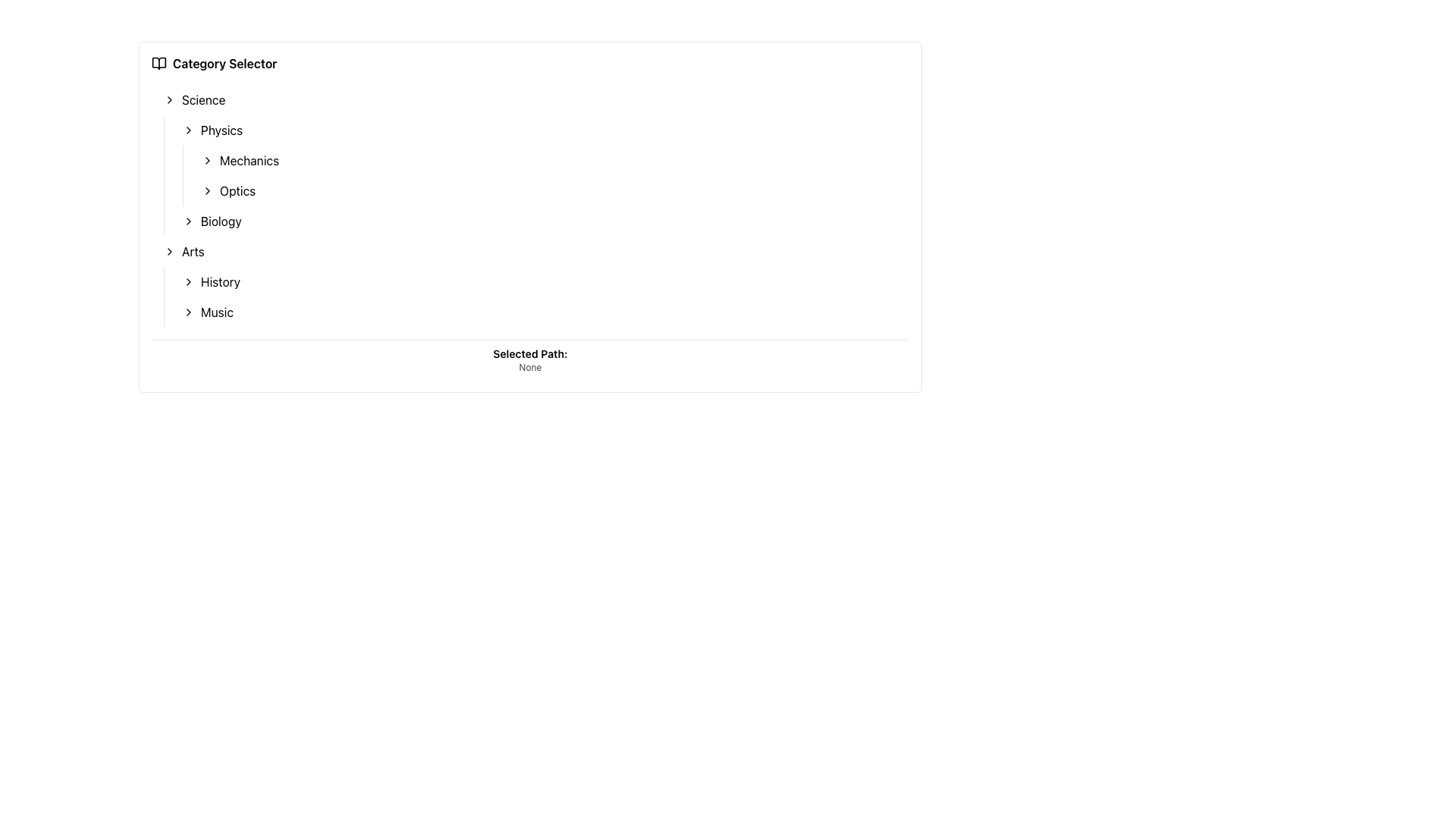 This screenshot has width=1456, height=819. What do you see at coordinates (192, 250) in the screenshot?
I see `the 'Arts' text label in the vertical navigation menu` at bounding box center [192, 250].